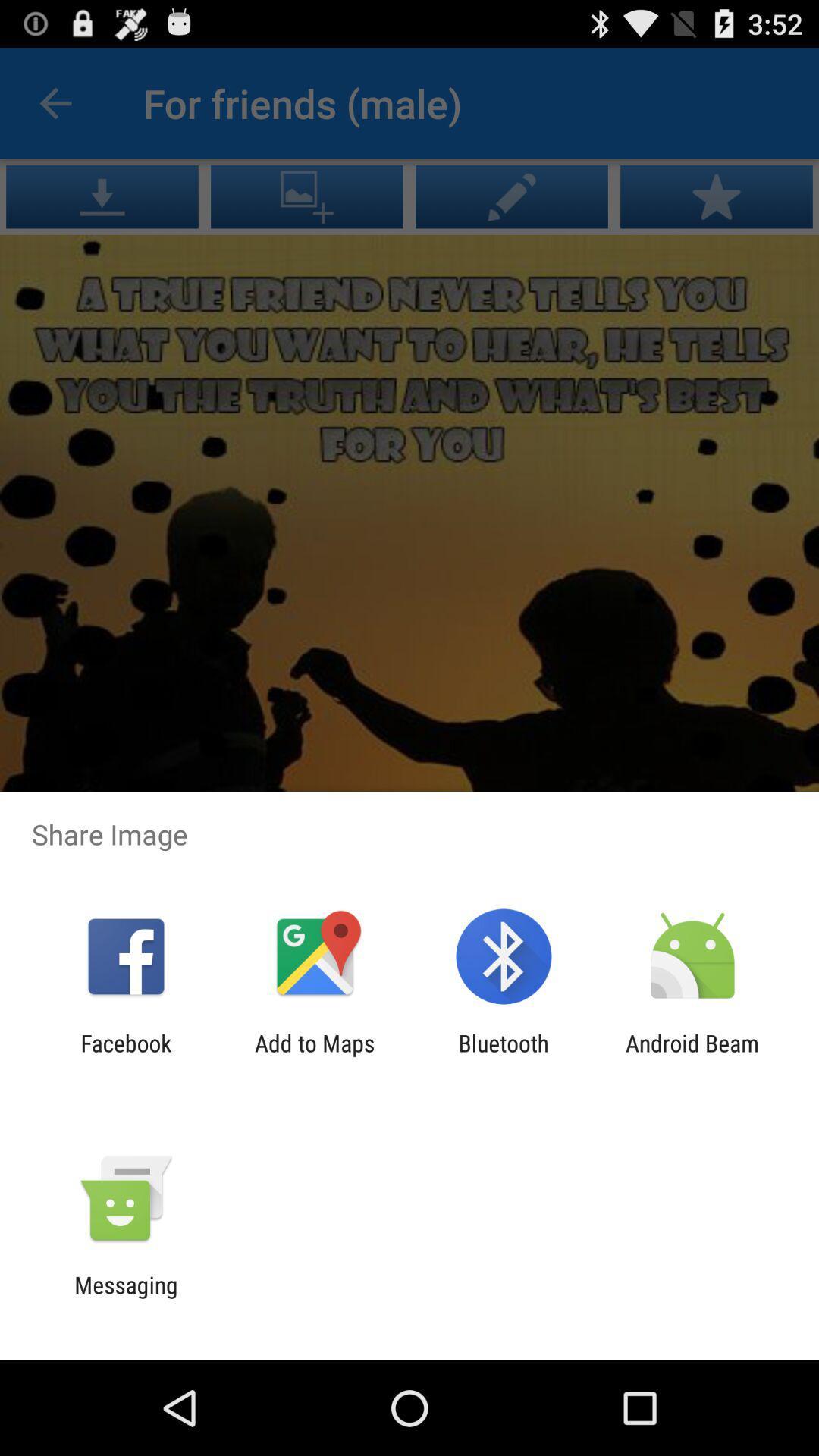 This screenshot has height=1456, width=819. What do you see at coordinates (504, 1056) in the screenshot?
I see `the icon next to android beam item` at bounding box center [504, 1056].